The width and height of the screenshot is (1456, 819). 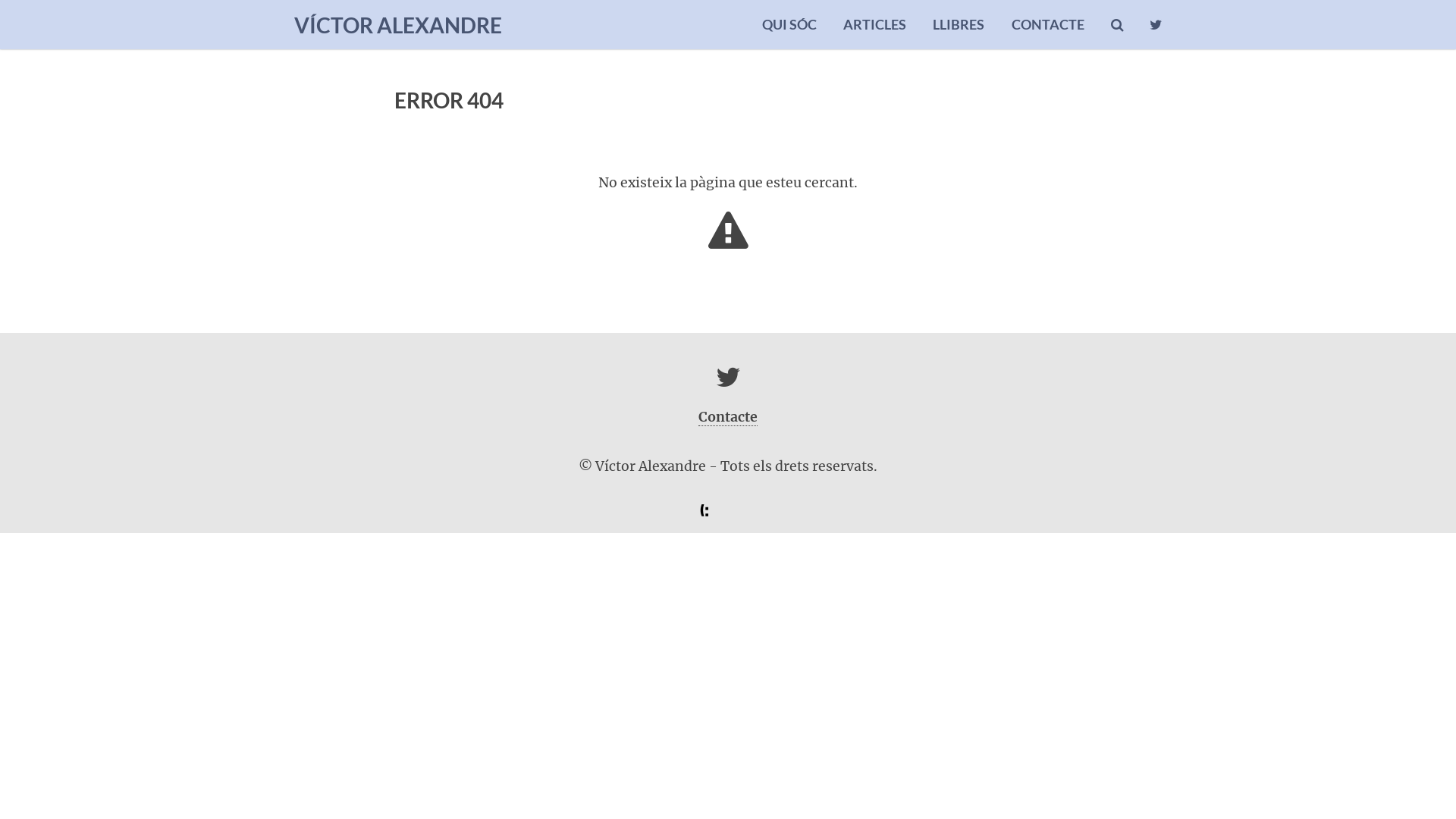 I want to click on 'LLIBRES', so click(x=931, y=24).